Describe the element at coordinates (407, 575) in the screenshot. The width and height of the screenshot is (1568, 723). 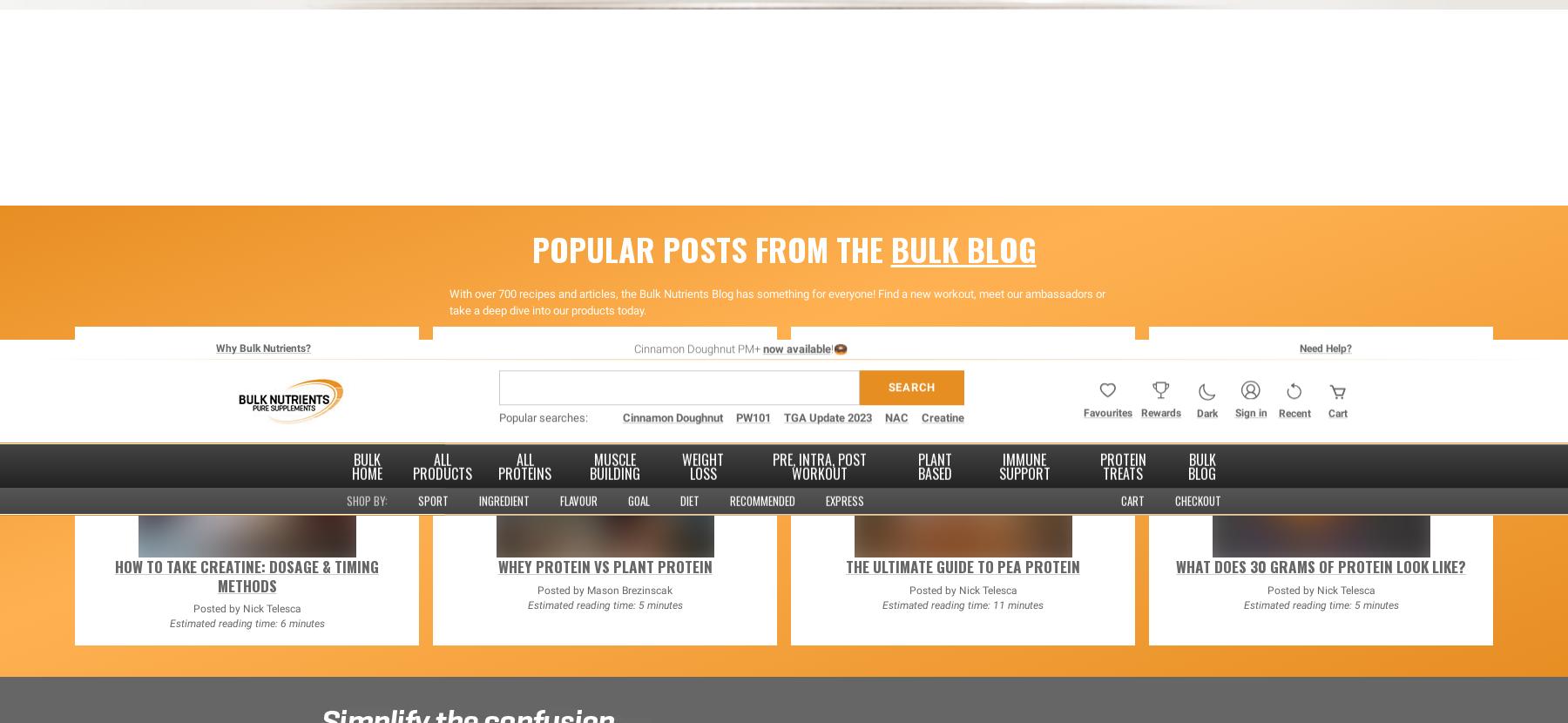
I see `'Shop by Sport'` at that location.